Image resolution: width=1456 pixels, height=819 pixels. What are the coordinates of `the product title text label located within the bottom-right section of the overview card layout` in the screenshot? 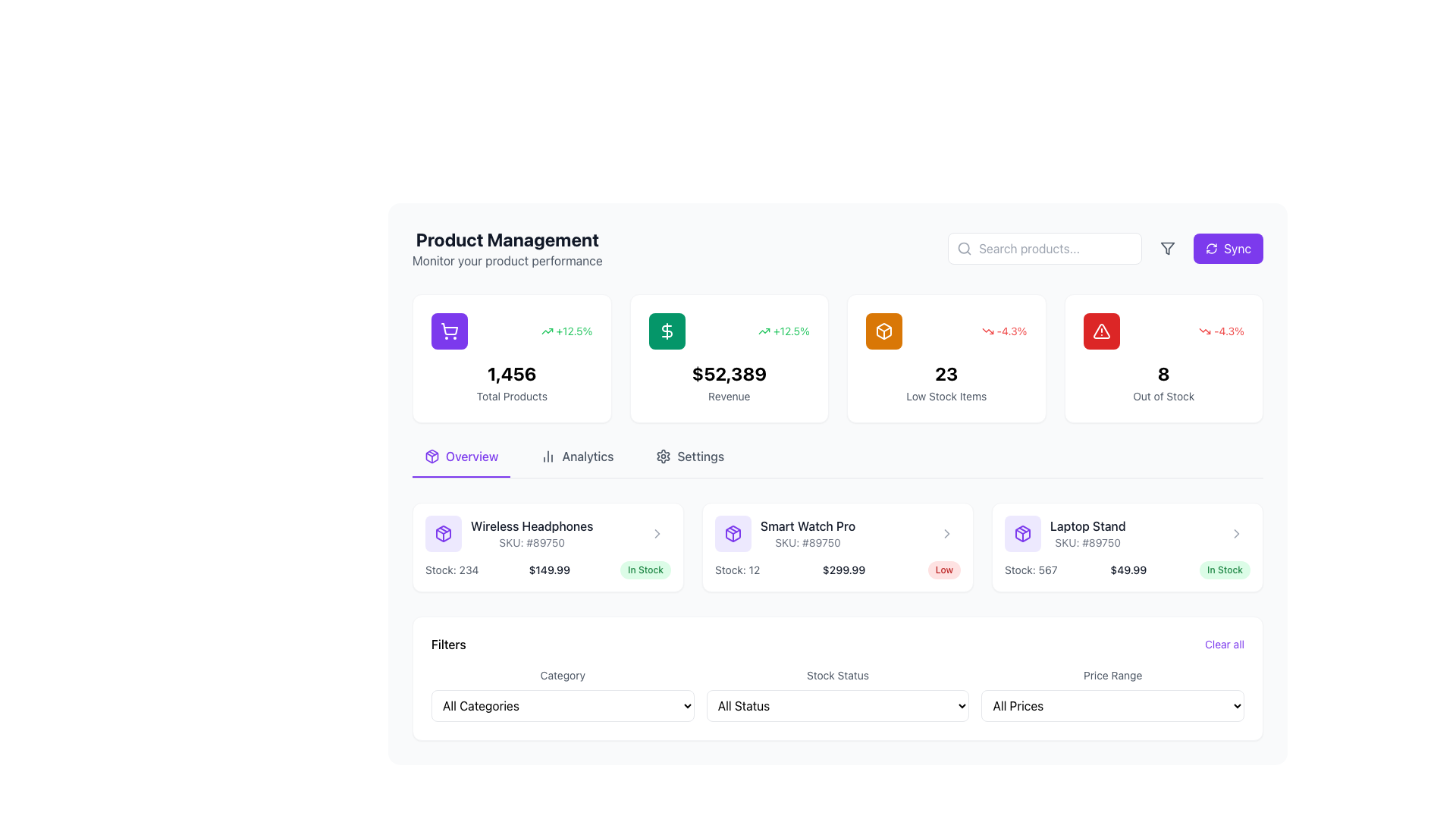 It's located at (1087, 526).